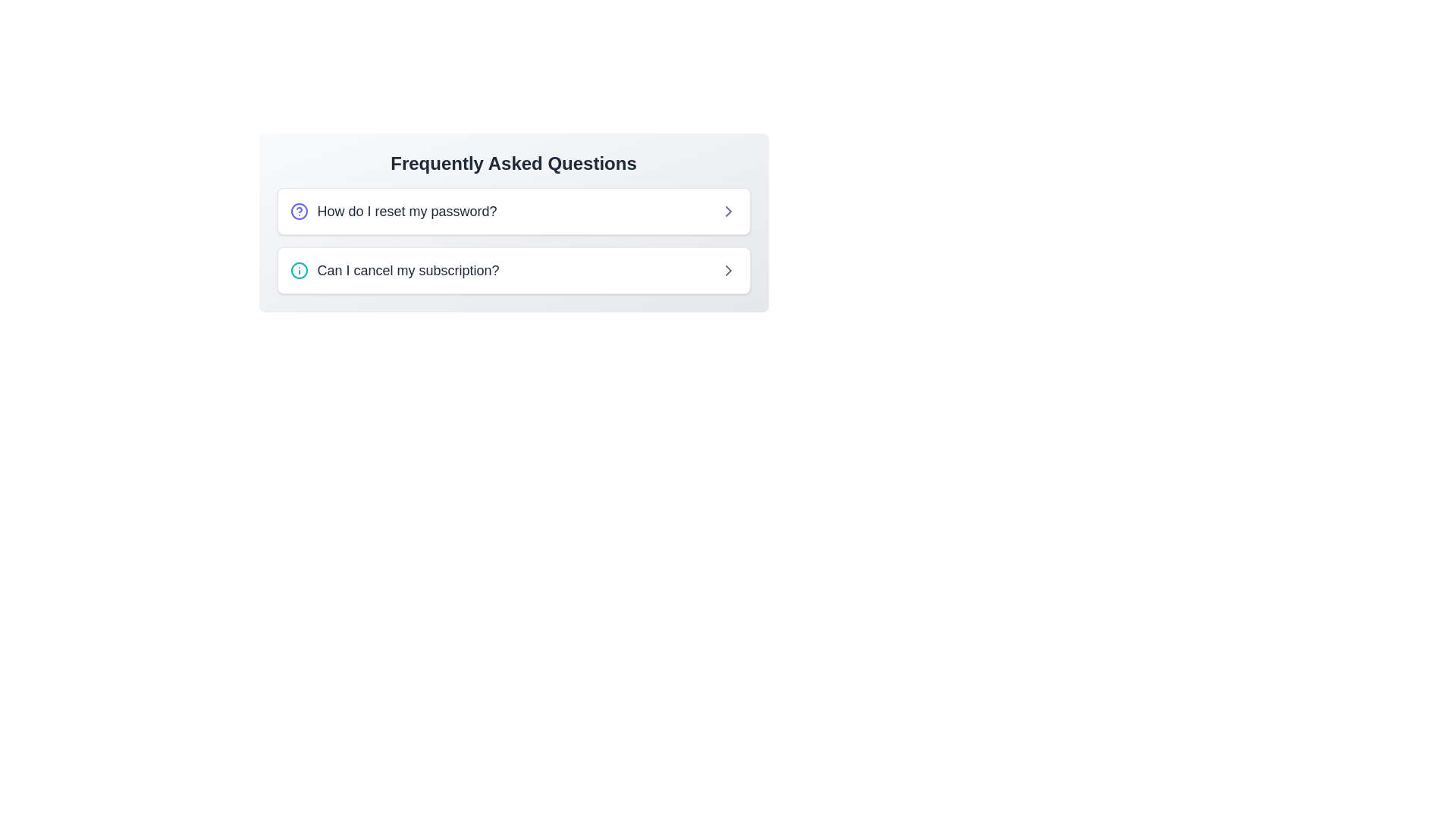 This screenshot has height=819, width=1456. I want to click on the icon that precedes the 'How do I reset my password?' text in the frequently asked questions section, so click(299, 211).